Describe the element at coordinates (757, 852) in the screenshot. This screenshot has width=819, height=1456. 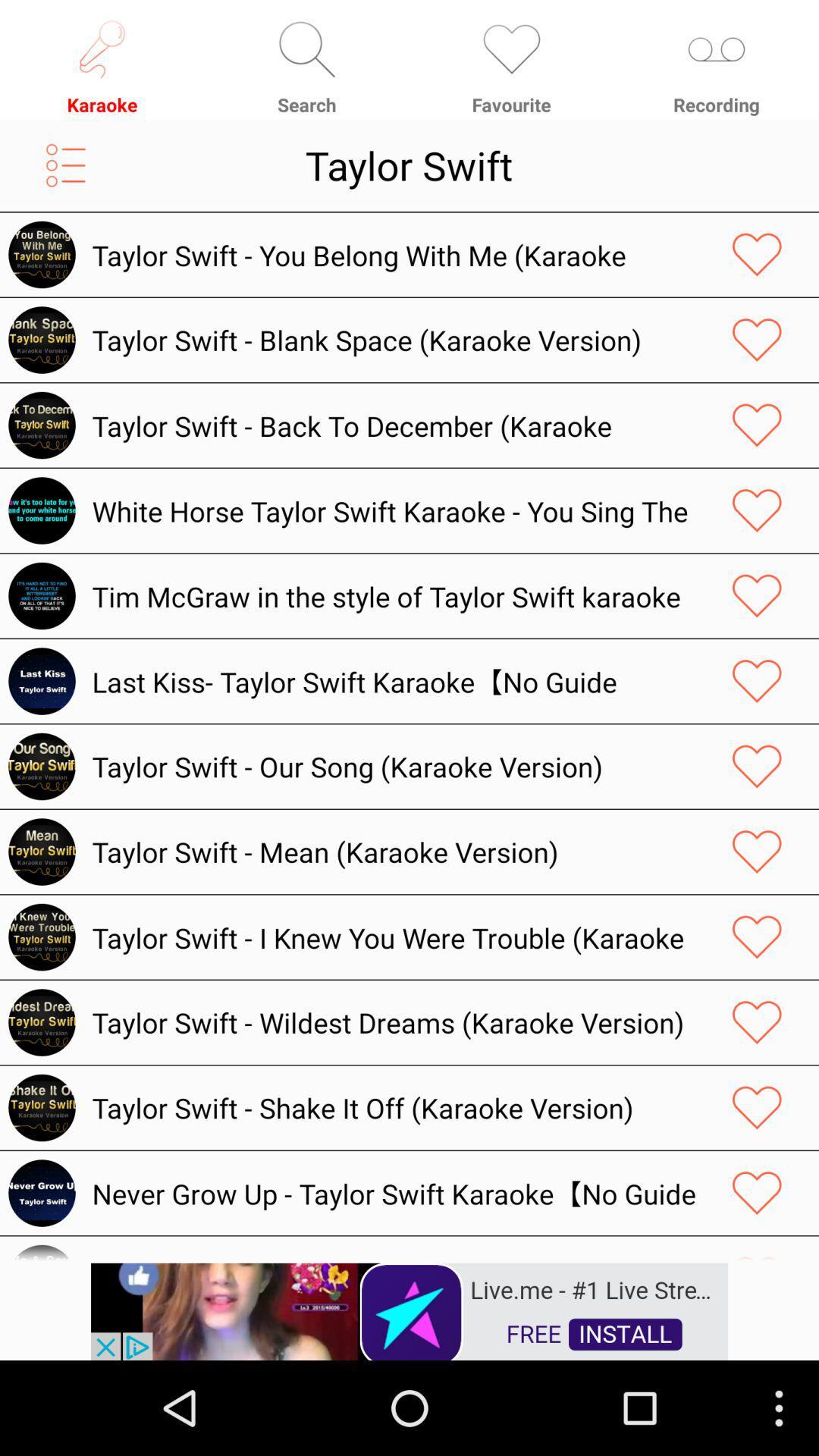
I see `to favorites` at that location.